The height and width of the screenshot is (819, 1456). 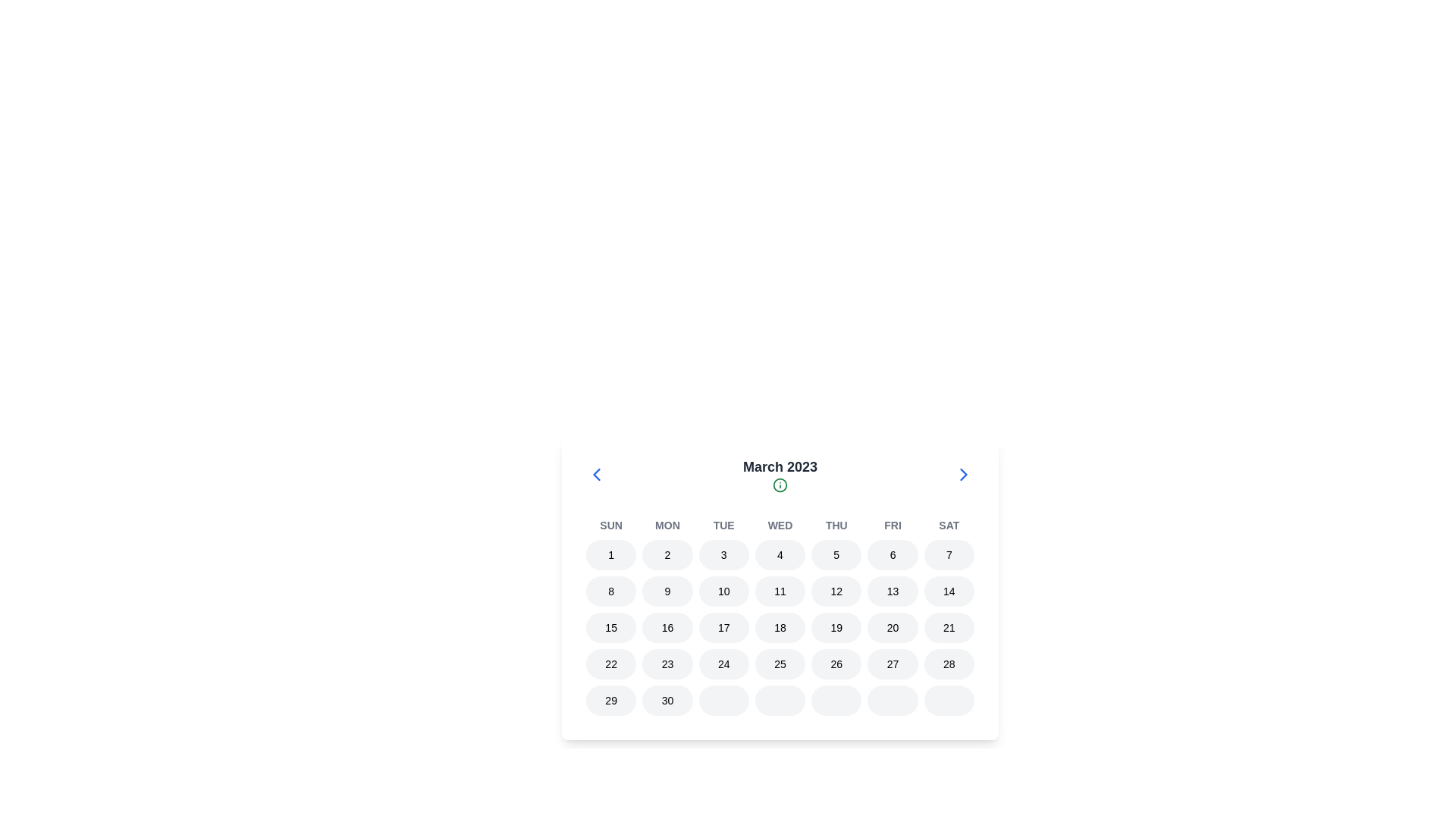 What do you see at coordinates (611, 628) in the screenshot?
I see `the circular button with a light gray background containing the number '15'` at bounding box center [611, 628].